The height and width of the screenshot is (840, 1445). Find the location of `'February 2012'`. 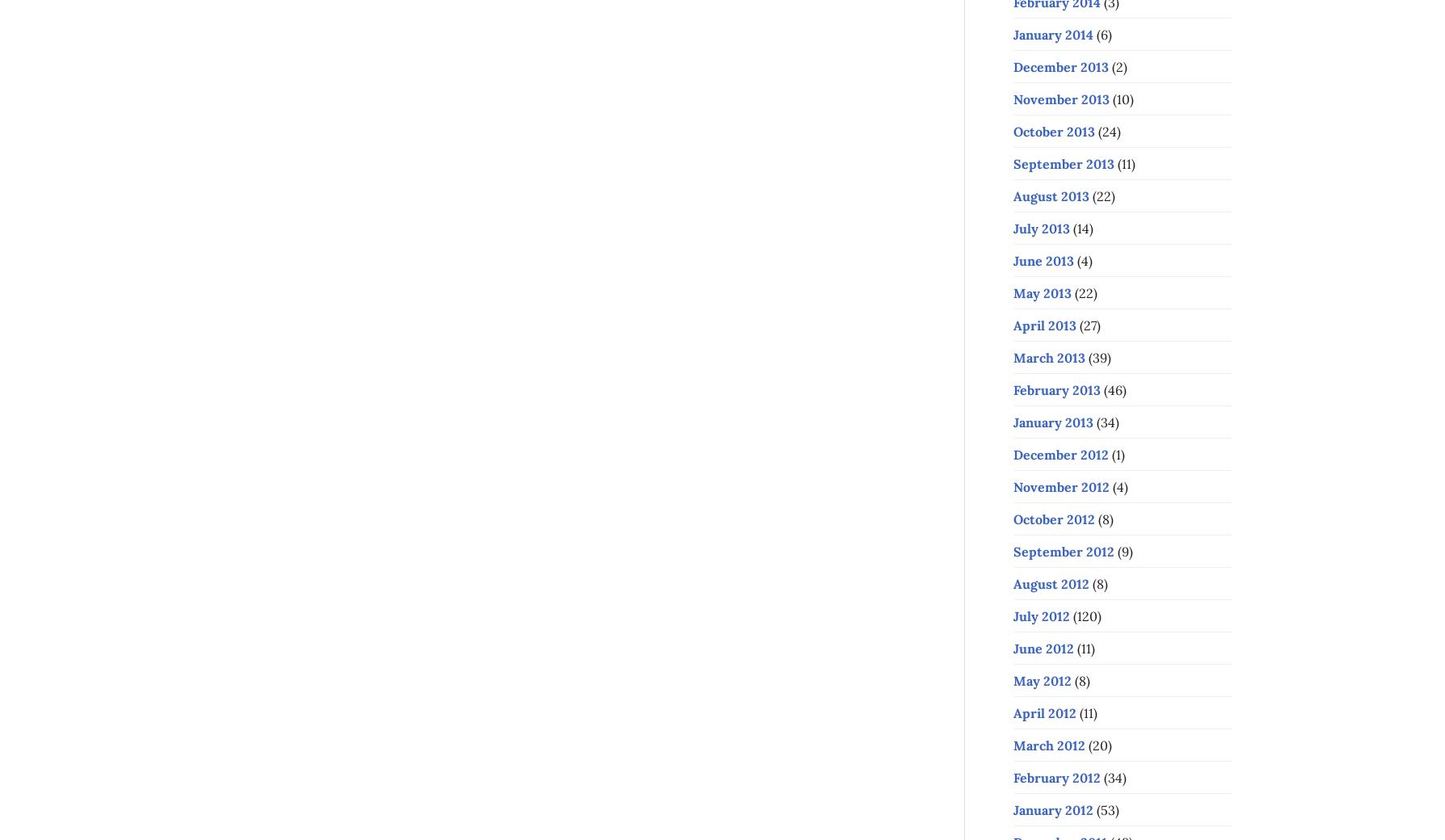

'February 2012' is located at coordinates (1055, 777).